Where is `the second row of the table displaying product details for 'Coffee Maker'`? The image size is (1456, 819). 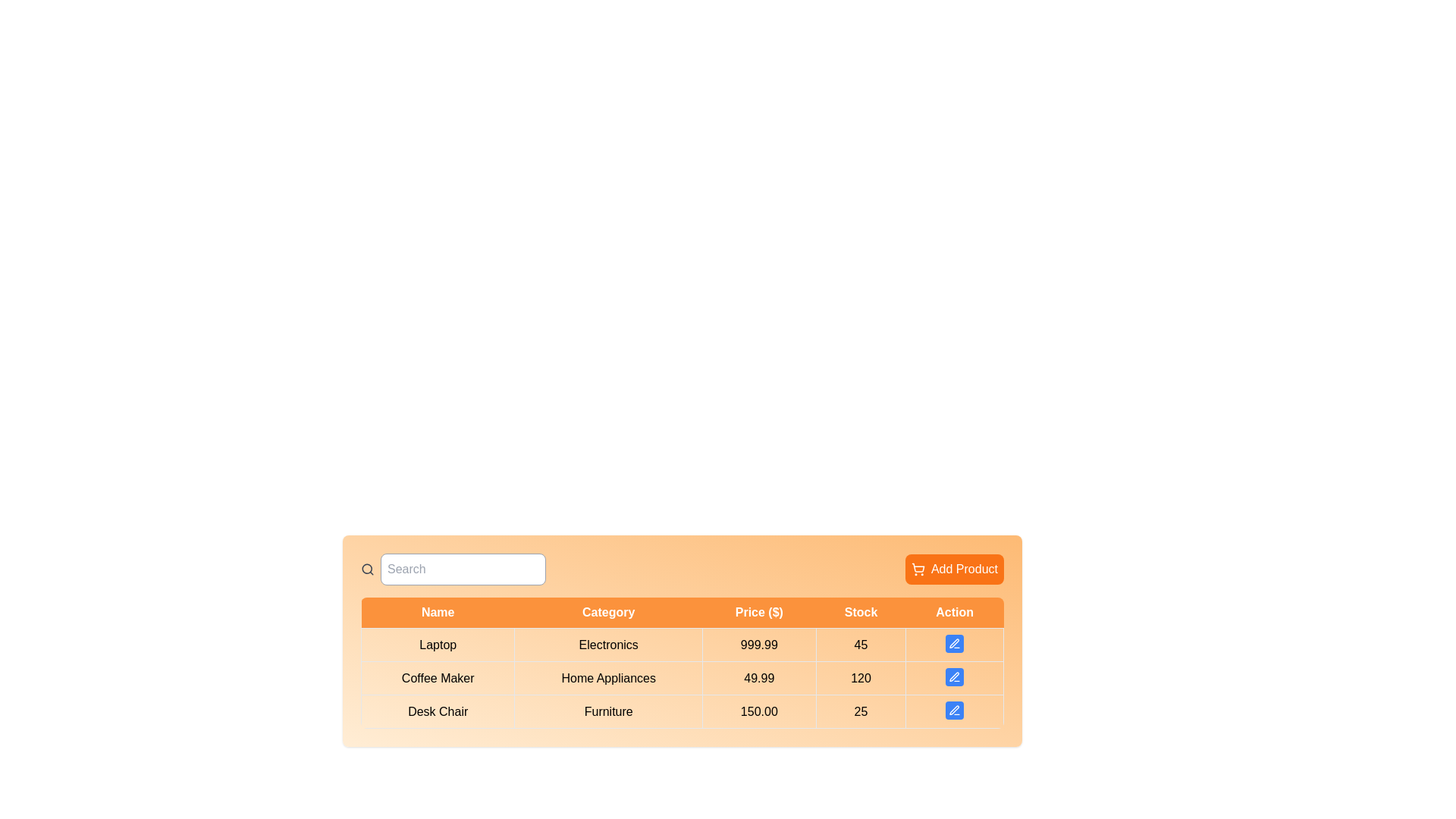 the second row of the table displaying product details for 'Coffee Maker' is located at coordinates (682, 677).